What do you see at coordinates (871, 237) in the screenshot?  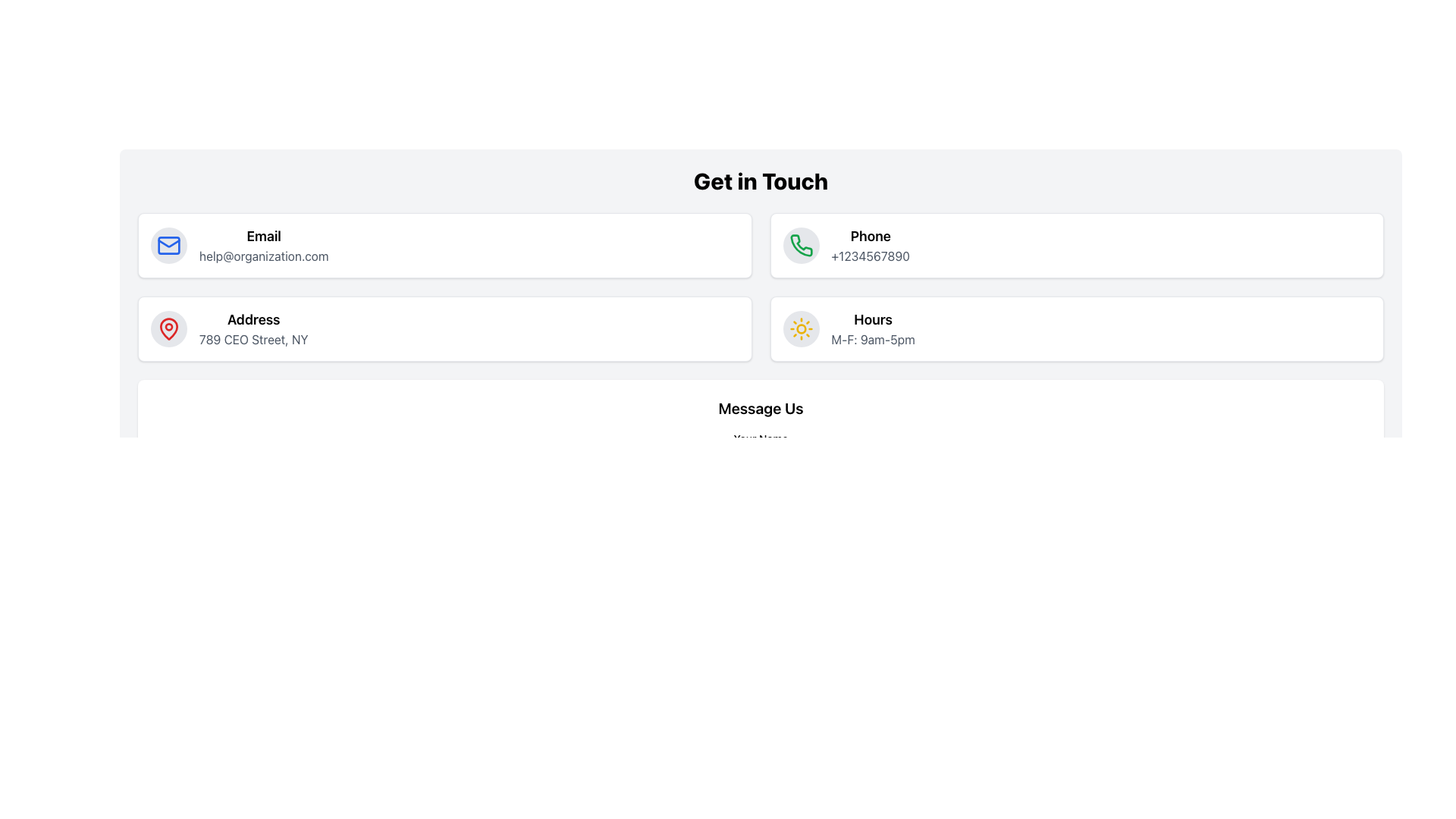 I see `the static text label indicating the contact phone line, located in the upper-right section of the 'Get in Touch' panel, adjacent to the phone icon and above the number '+1234567890'` at bounding box center [871, 237].